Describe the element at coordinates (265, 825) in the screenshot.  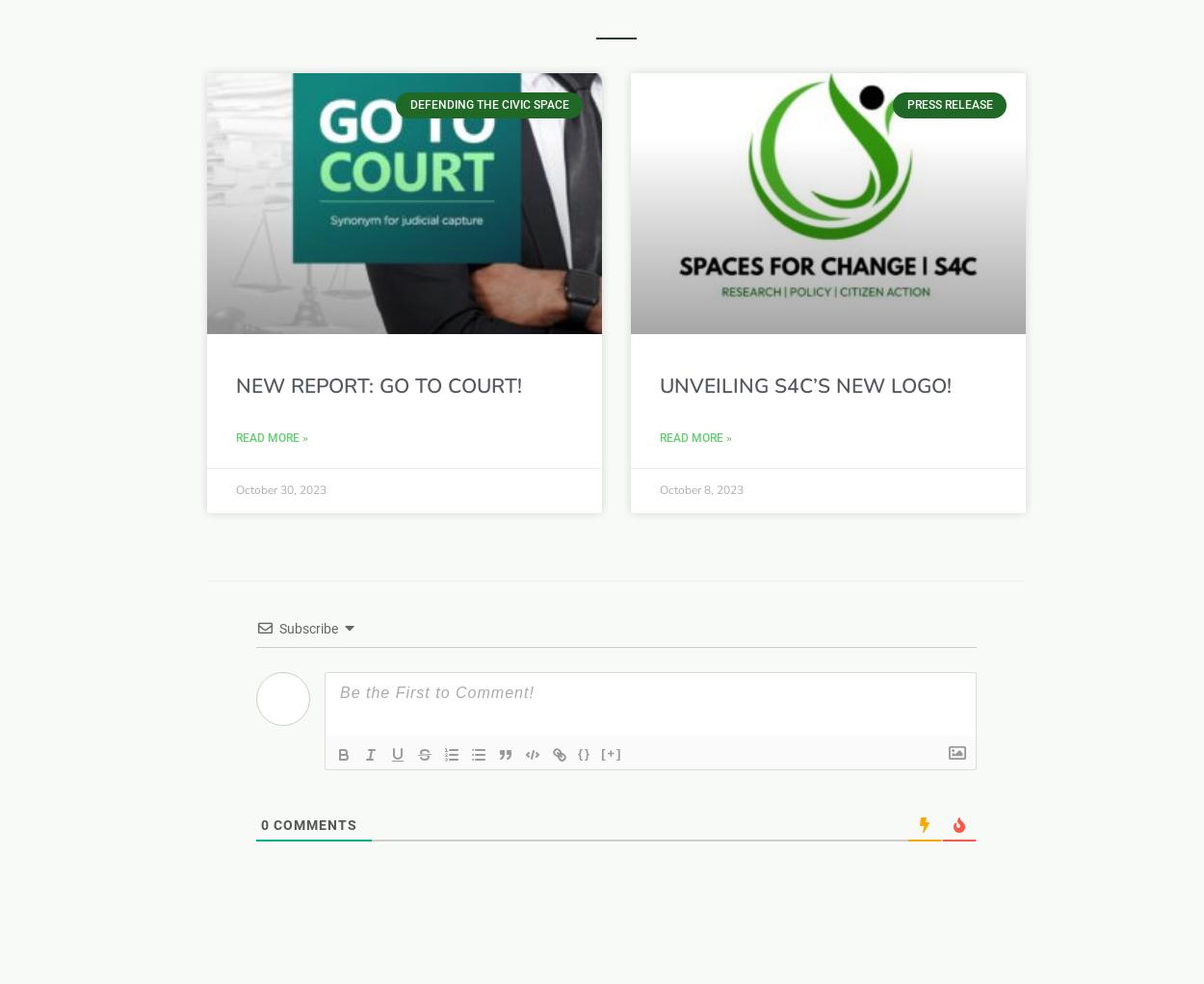
I see `'0'` at that location.